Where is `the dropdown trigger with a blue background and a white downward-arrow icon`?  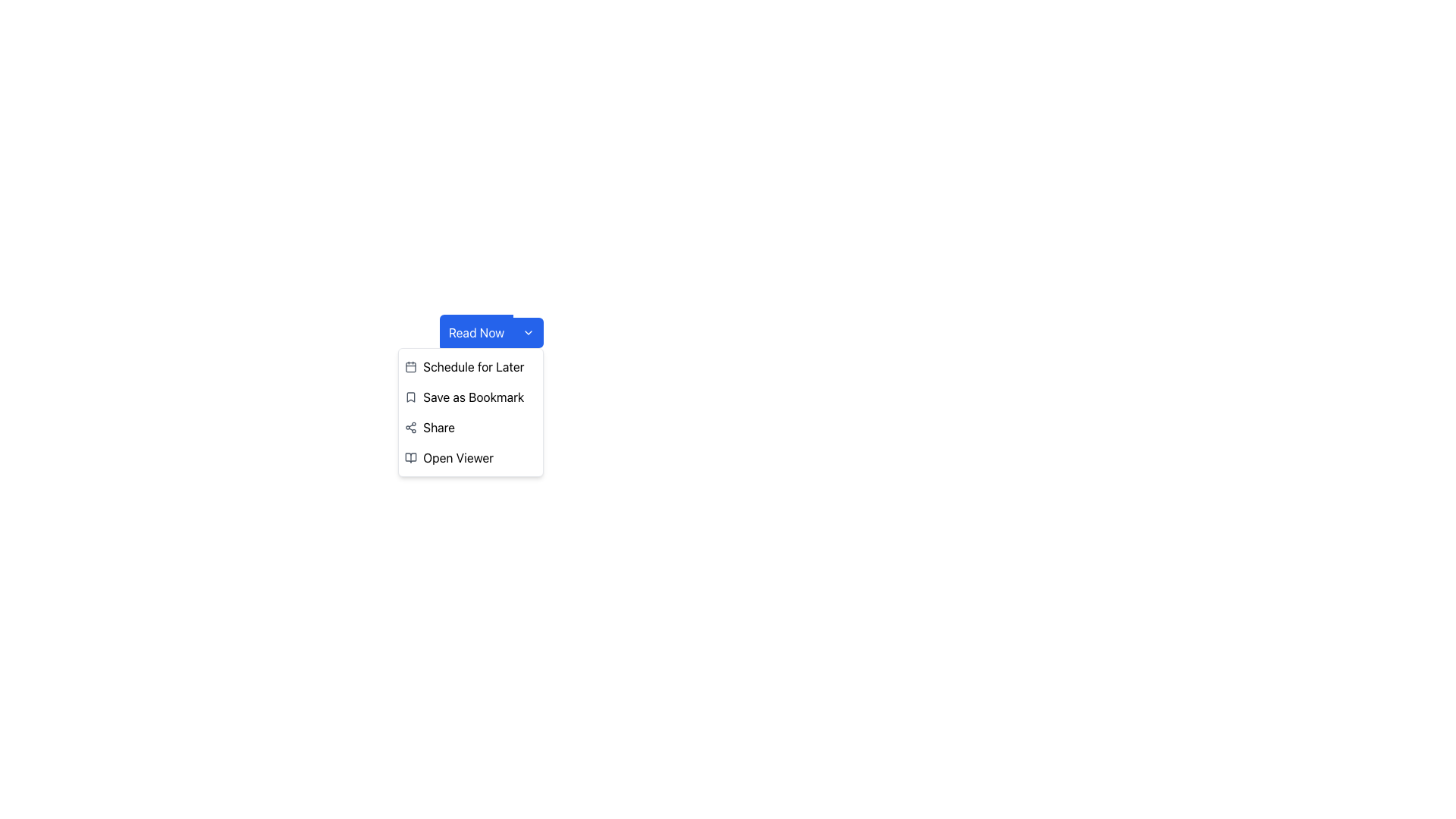 the dropdown trigger with a blue background and a white downward-arrow icon is located at coordinates (529, 332).